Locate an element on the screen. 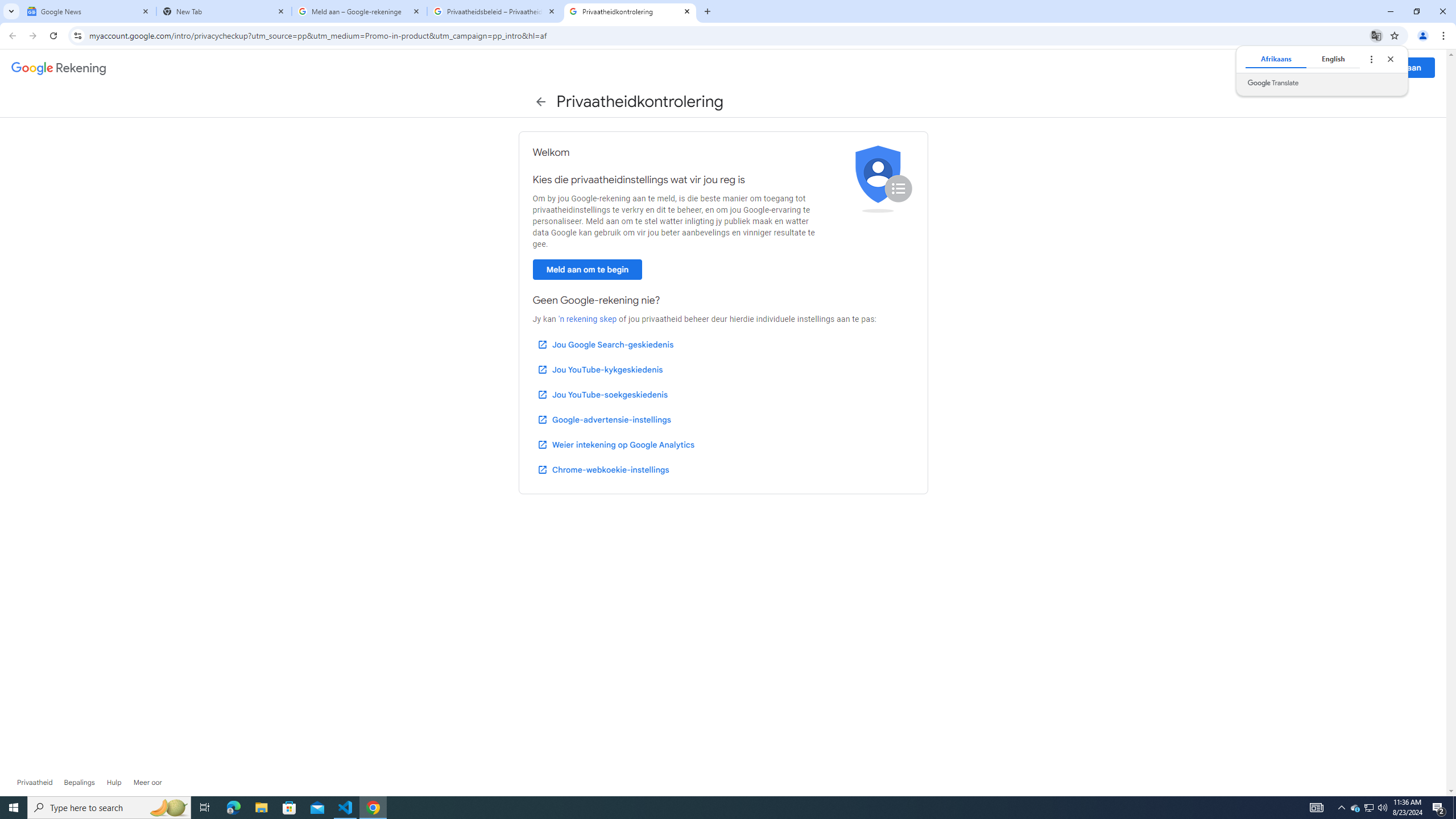  'Google-programme' is located at coordinates (1354, 67).